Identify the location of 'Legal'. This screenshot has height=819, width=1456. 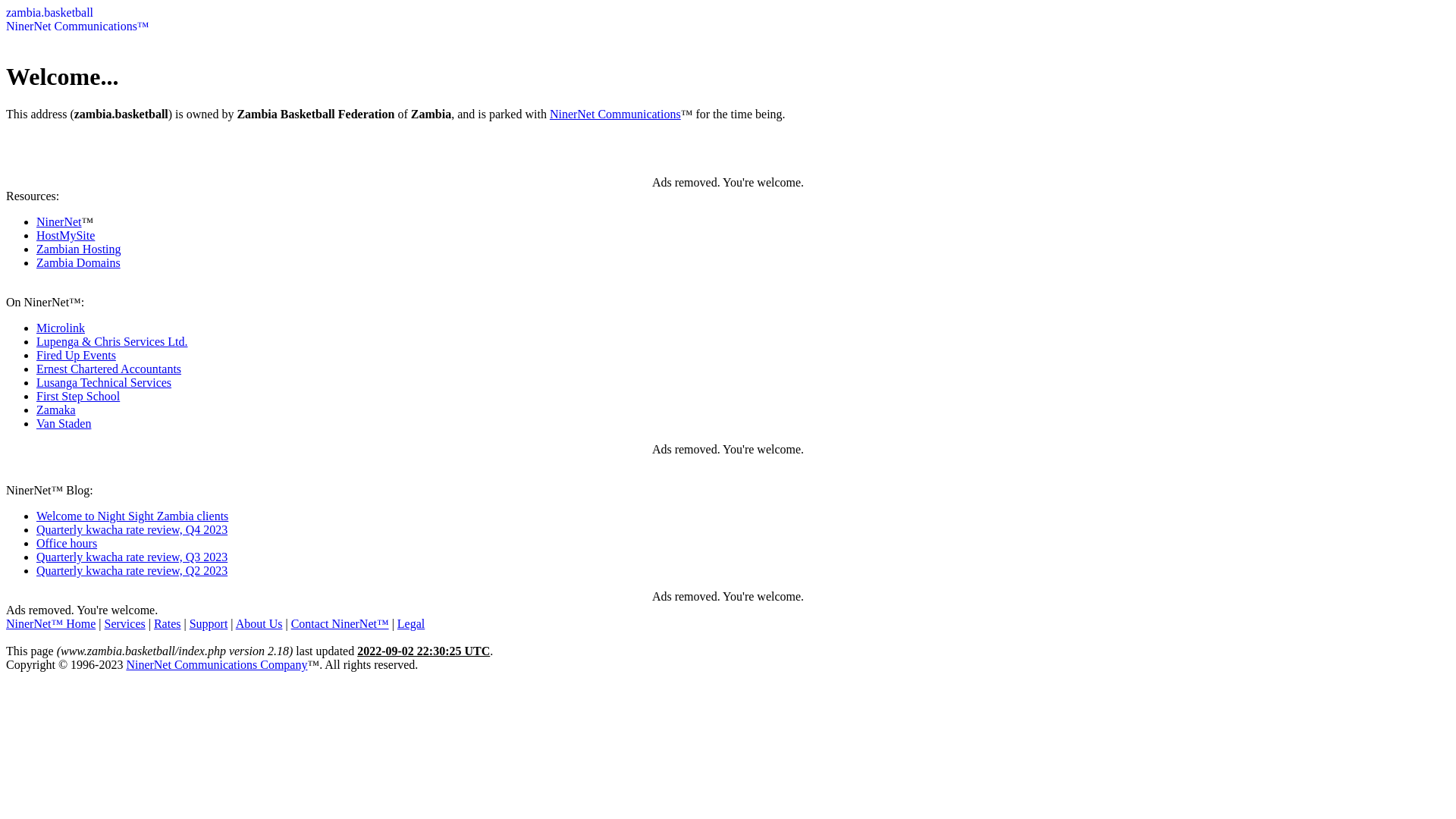
(411, 623).